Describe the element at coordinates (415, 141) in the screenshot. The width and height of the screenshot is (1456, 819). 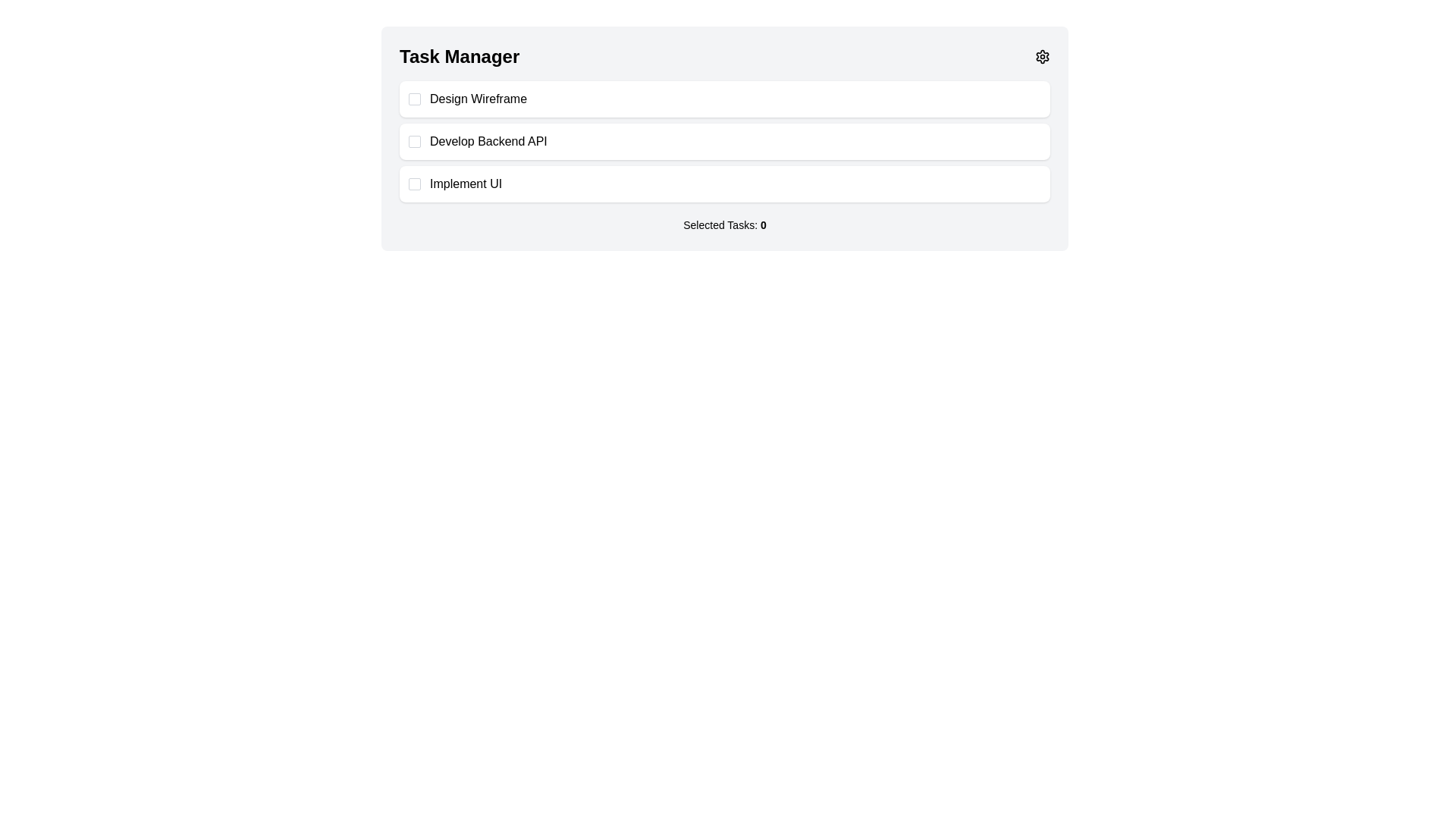
I see `the checkbox for the task 'Develop Backend API'` at that location.